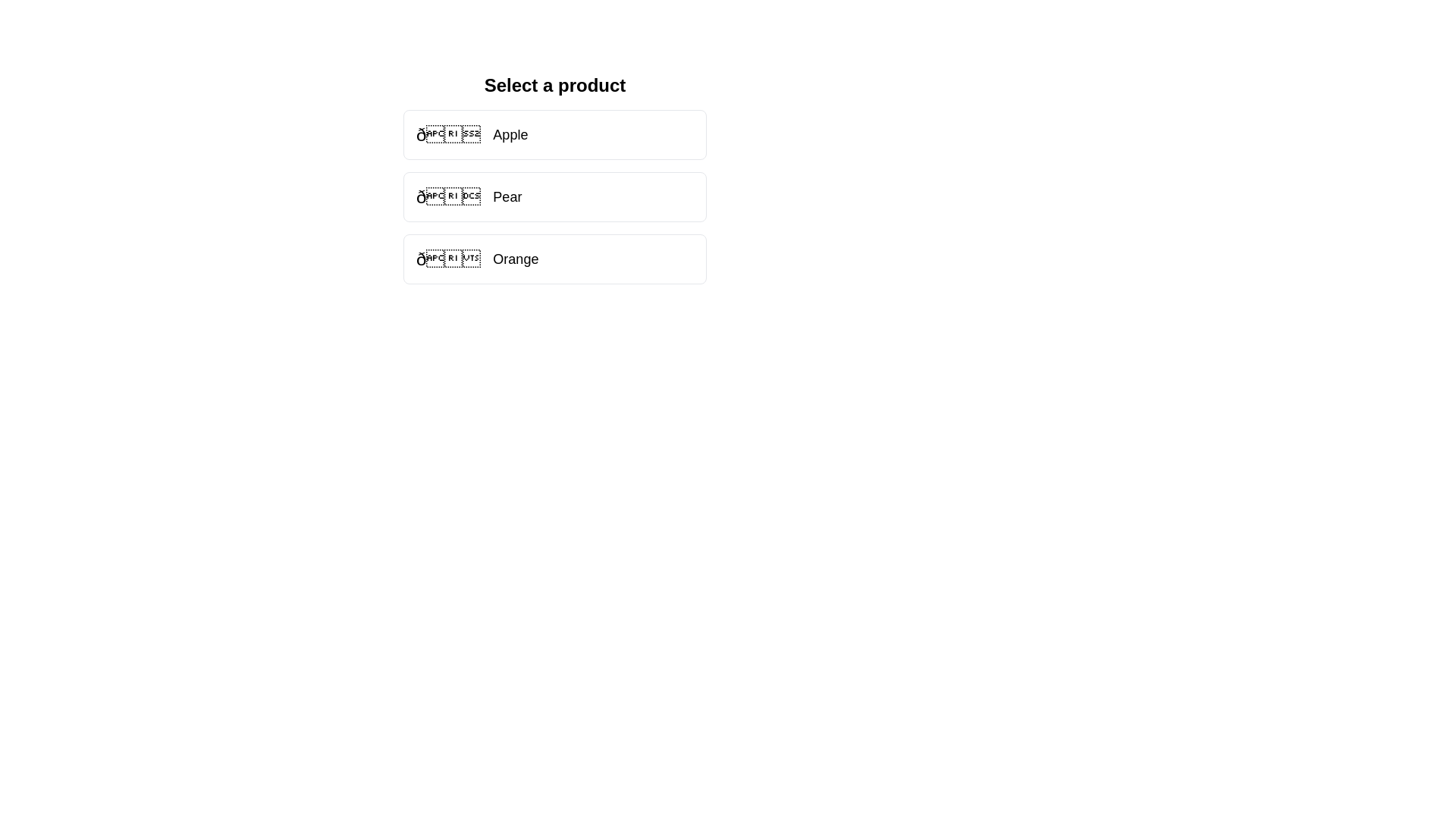 The image size is (1456, 819). I want to click on the text label for the 'Pear' product, which is positioned to the right of the pear emoji in the second row of options, so click(507, 196).